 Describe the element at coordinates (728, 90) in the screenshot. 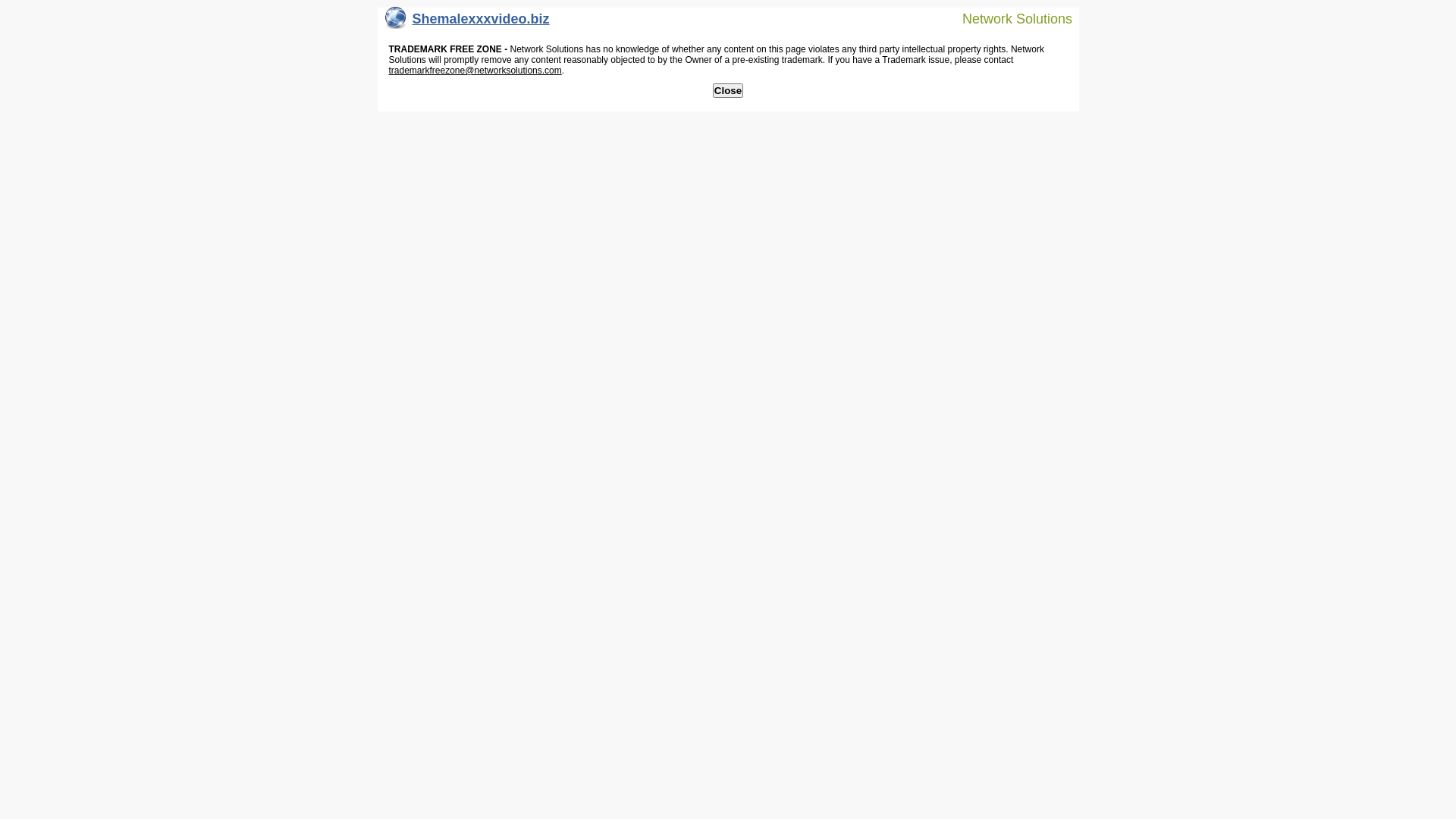

I see `'Close'` at that location.